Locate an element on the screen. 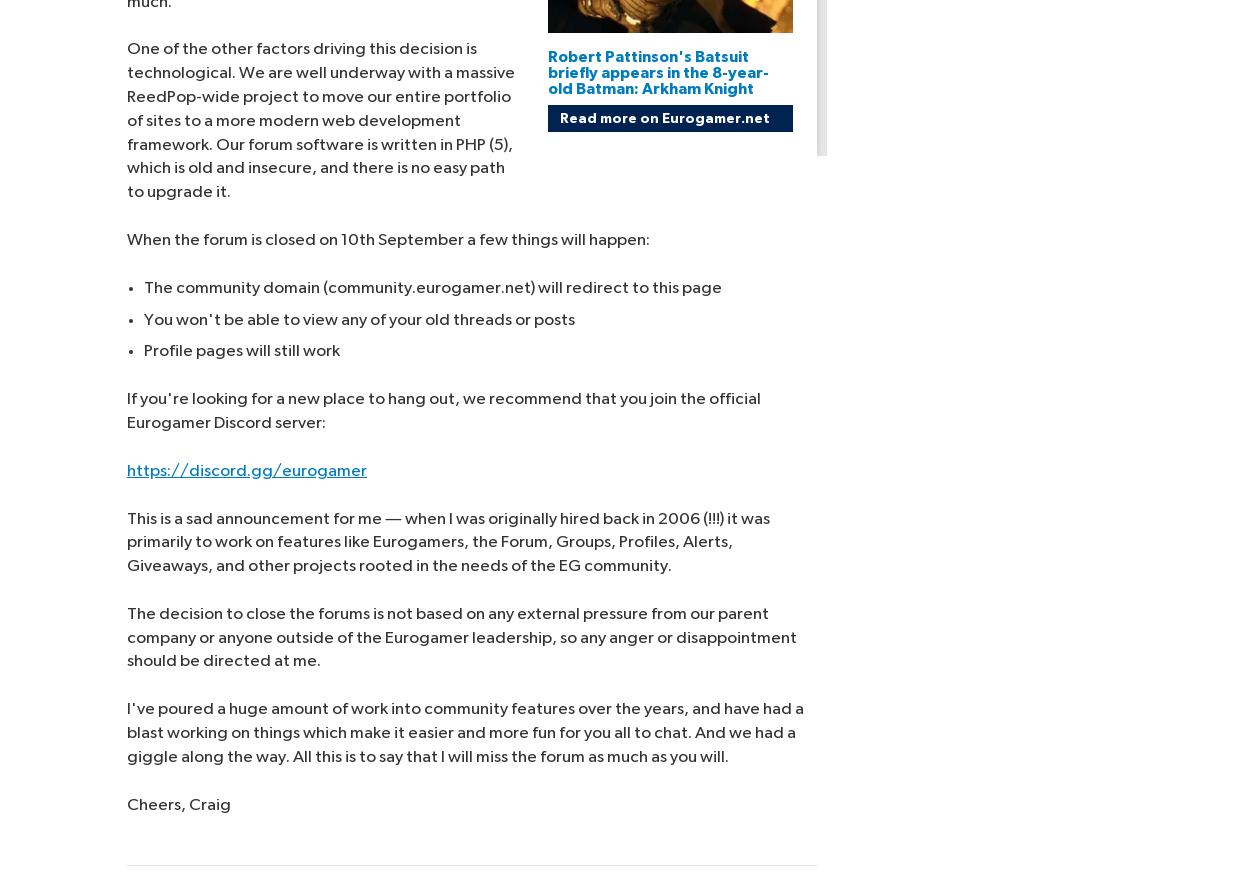 Image resolution: width=1260 pixels, height=884 pixels. 'Your Privacy Choices' is located at coordinates (644, 189).